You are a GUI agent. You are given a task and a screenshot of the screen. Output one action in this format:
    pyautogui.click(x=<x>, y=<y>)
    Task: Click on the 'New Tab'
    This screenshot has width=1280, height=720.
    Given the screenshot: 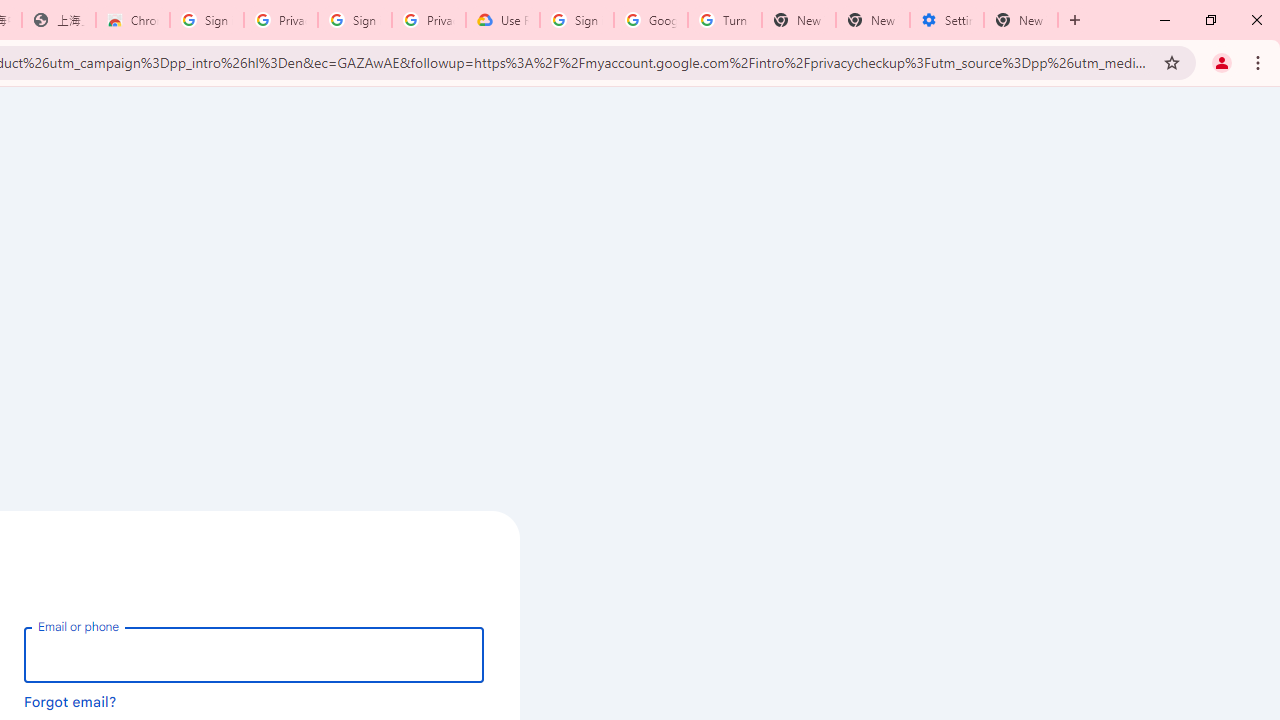 What is the action you would take?
    pyautogui.click(x=1021, y=20)
    